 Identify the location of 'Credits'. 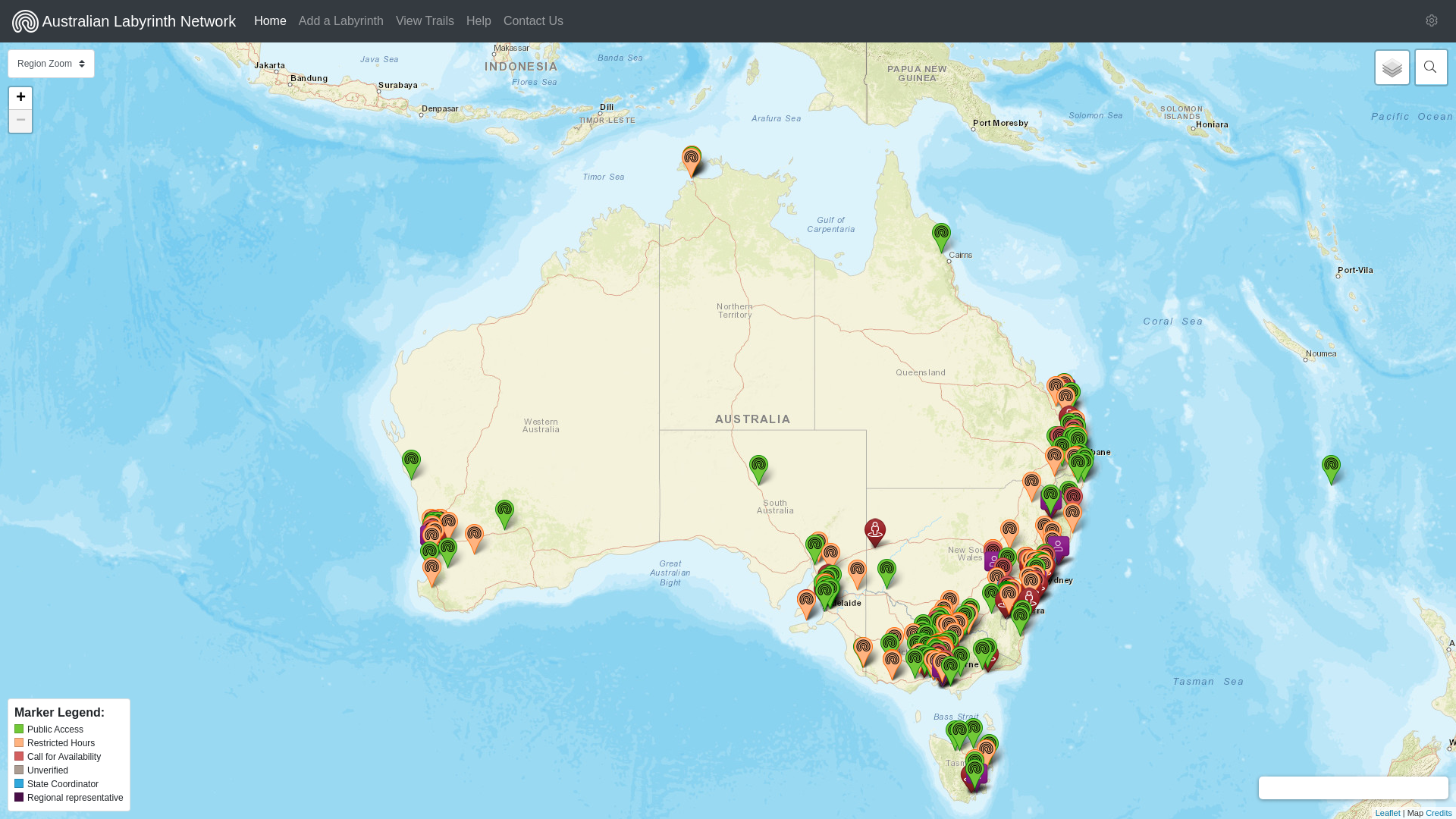
(1438, 812).